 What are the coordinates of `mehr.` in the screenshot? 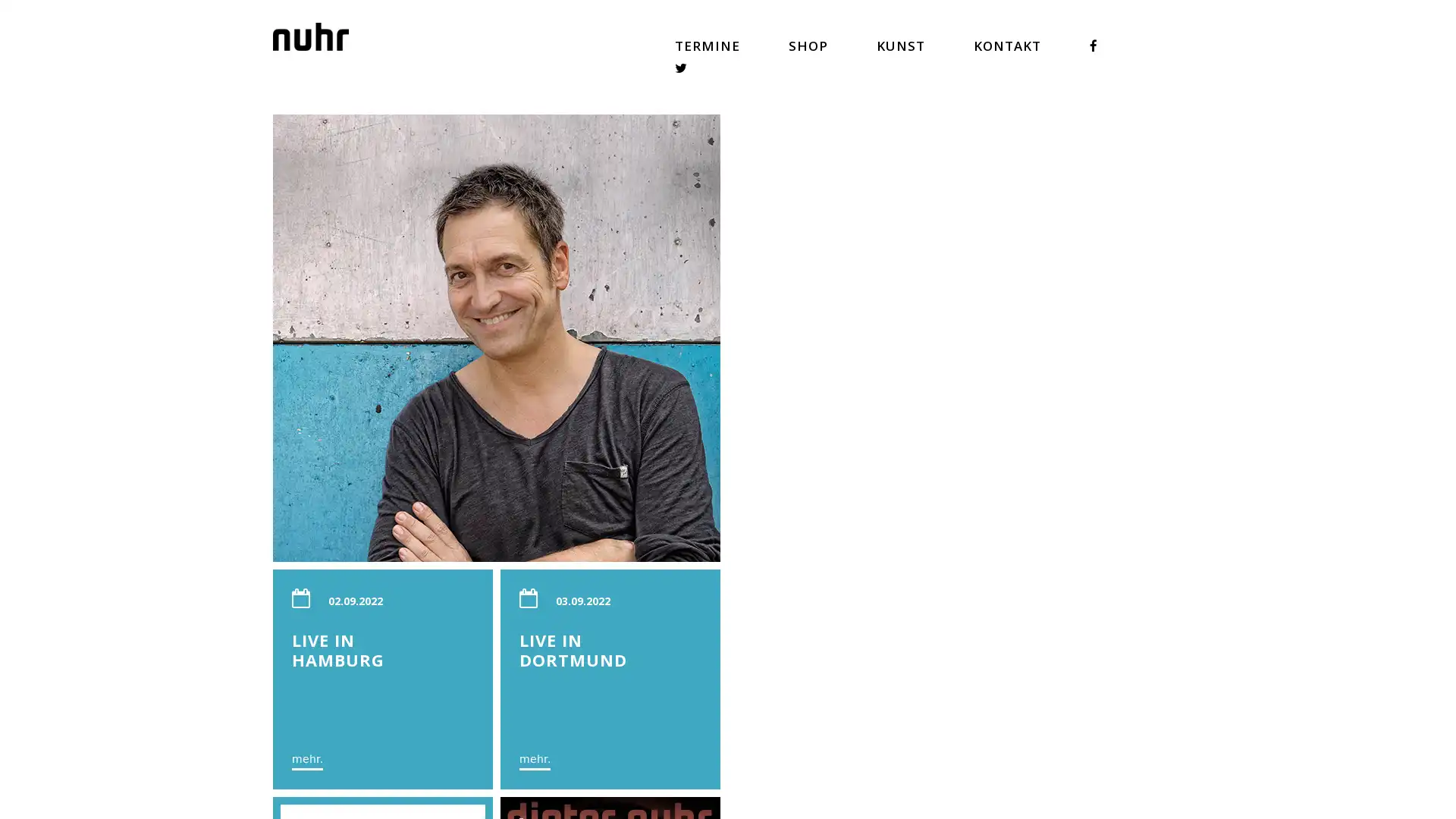 It's located at (762, 761).